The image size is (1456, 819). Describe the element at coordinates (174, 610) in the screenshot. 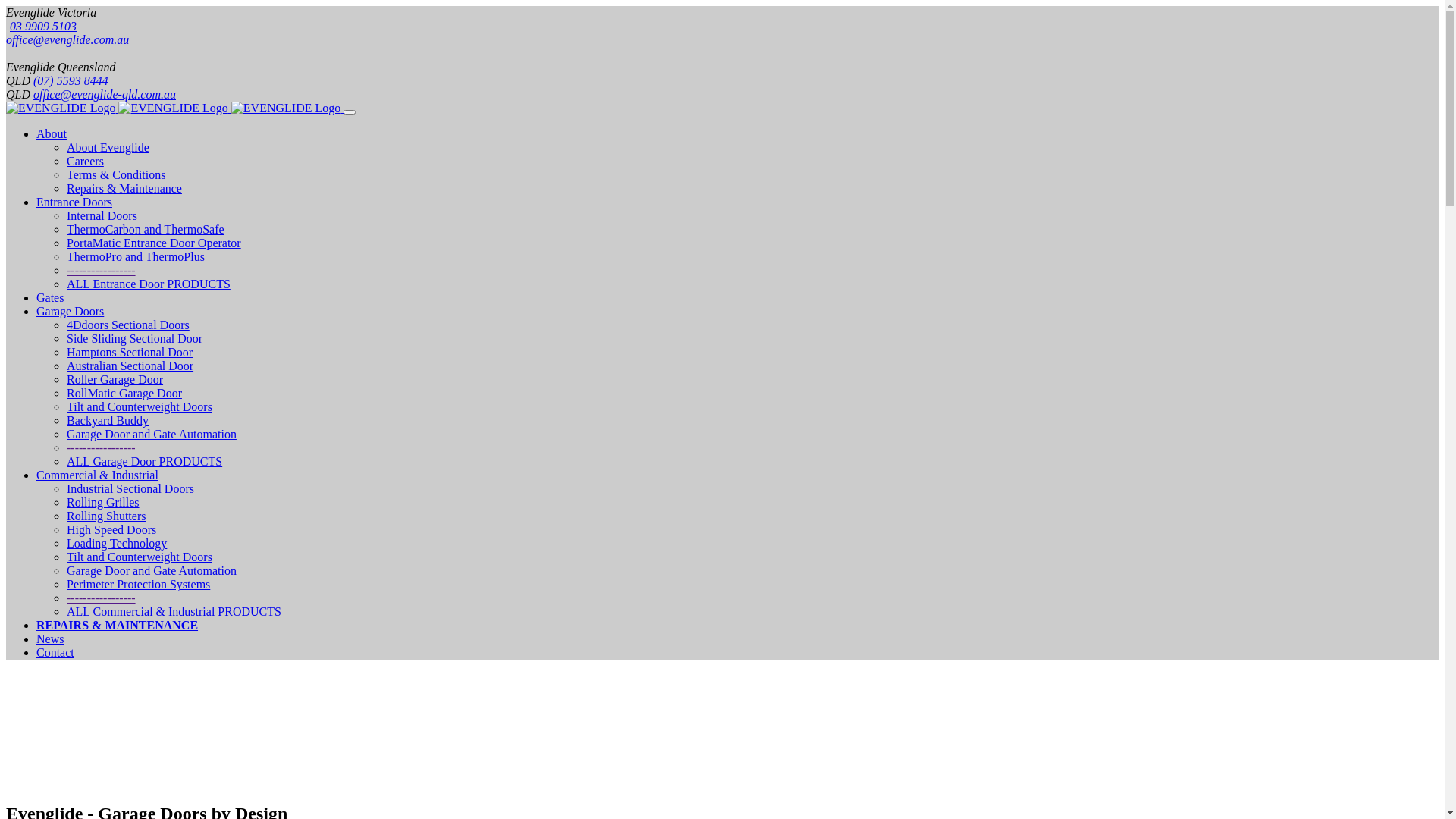

I see `'ALL Commercial & Industrial PRODUCTS'` at that location.